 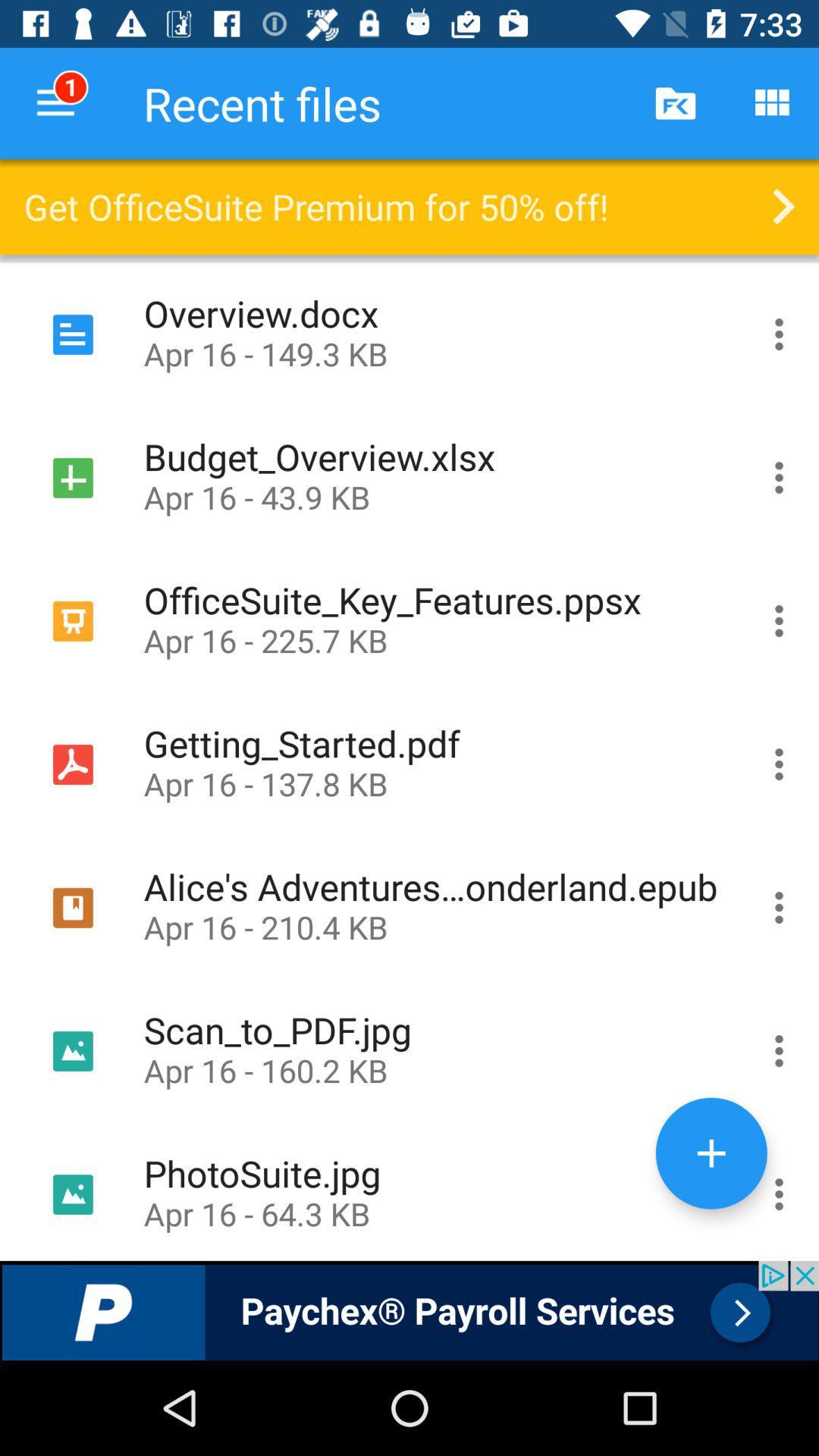 What do you see at coordinates (409, 1310) in the screenshot?
I see `open advertisement` at bounding box center [409, 1310].